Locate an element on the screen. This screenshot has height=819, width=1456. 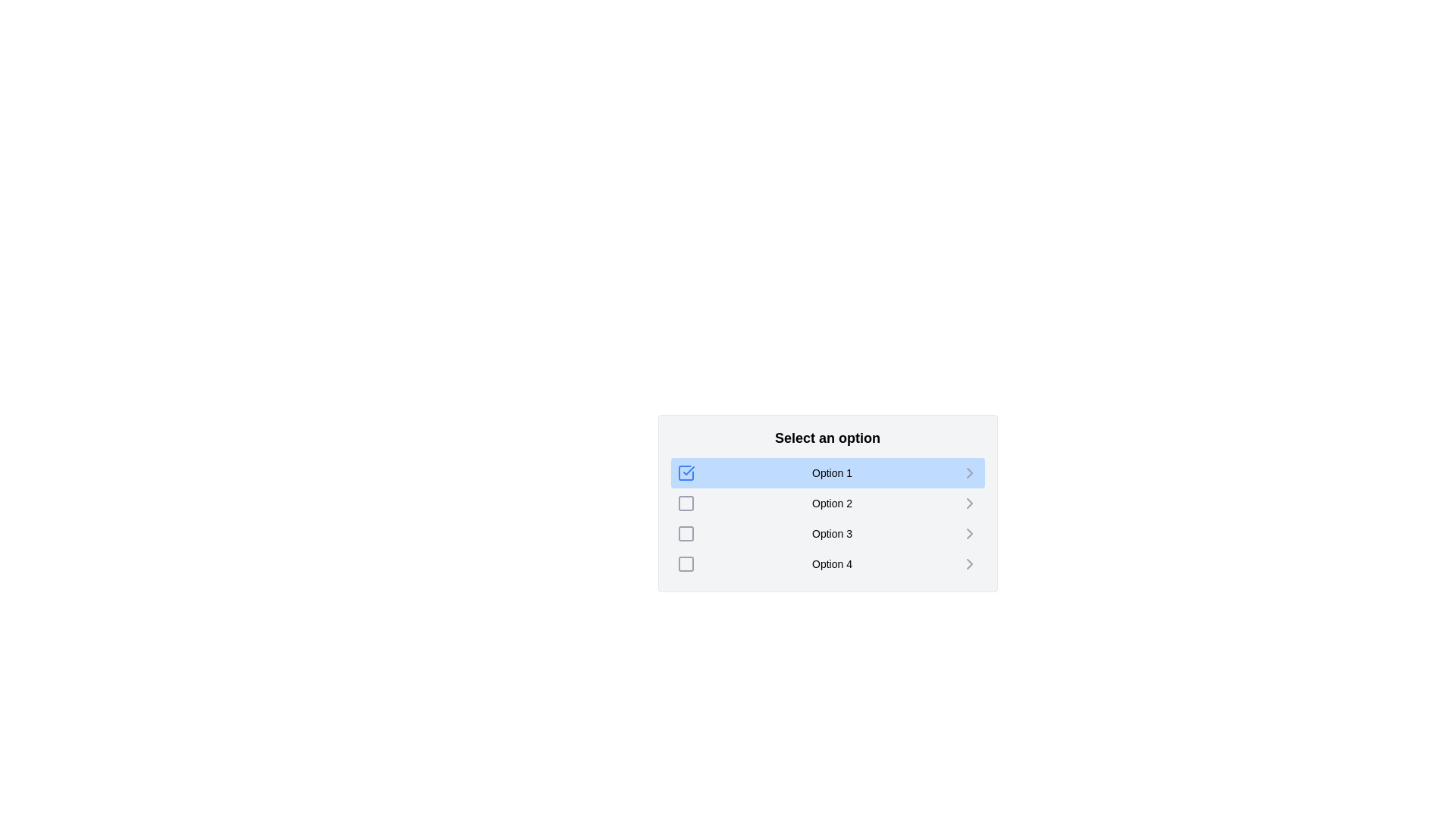
text of the Text Label indicating the first option in the vertical list, which is contained within a blue rectangular element indicating the active selection is located at coordinates (831, 472).